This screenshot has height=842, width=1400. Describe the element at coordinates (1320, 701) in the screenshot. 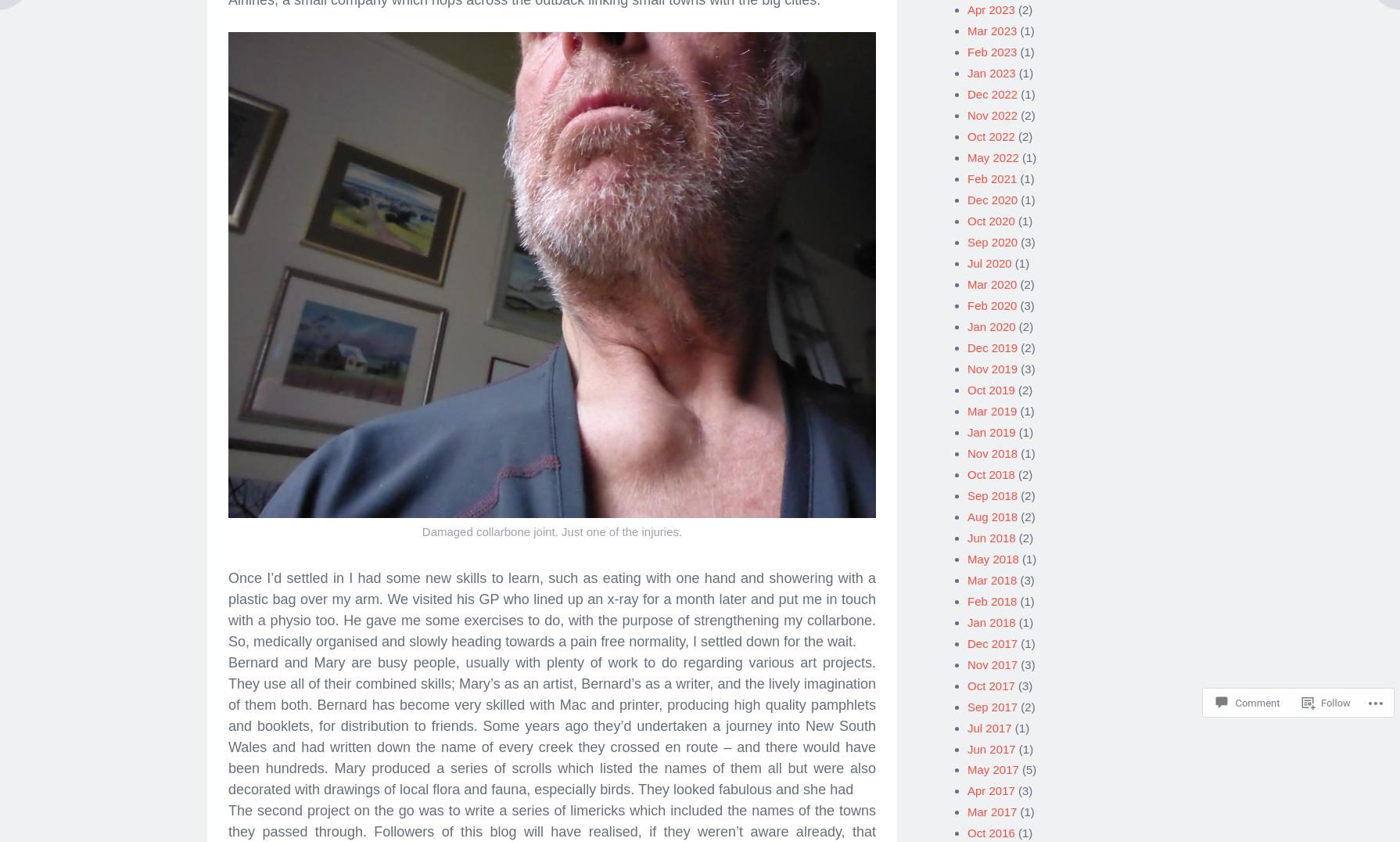

I see `'Follow'` at that location.